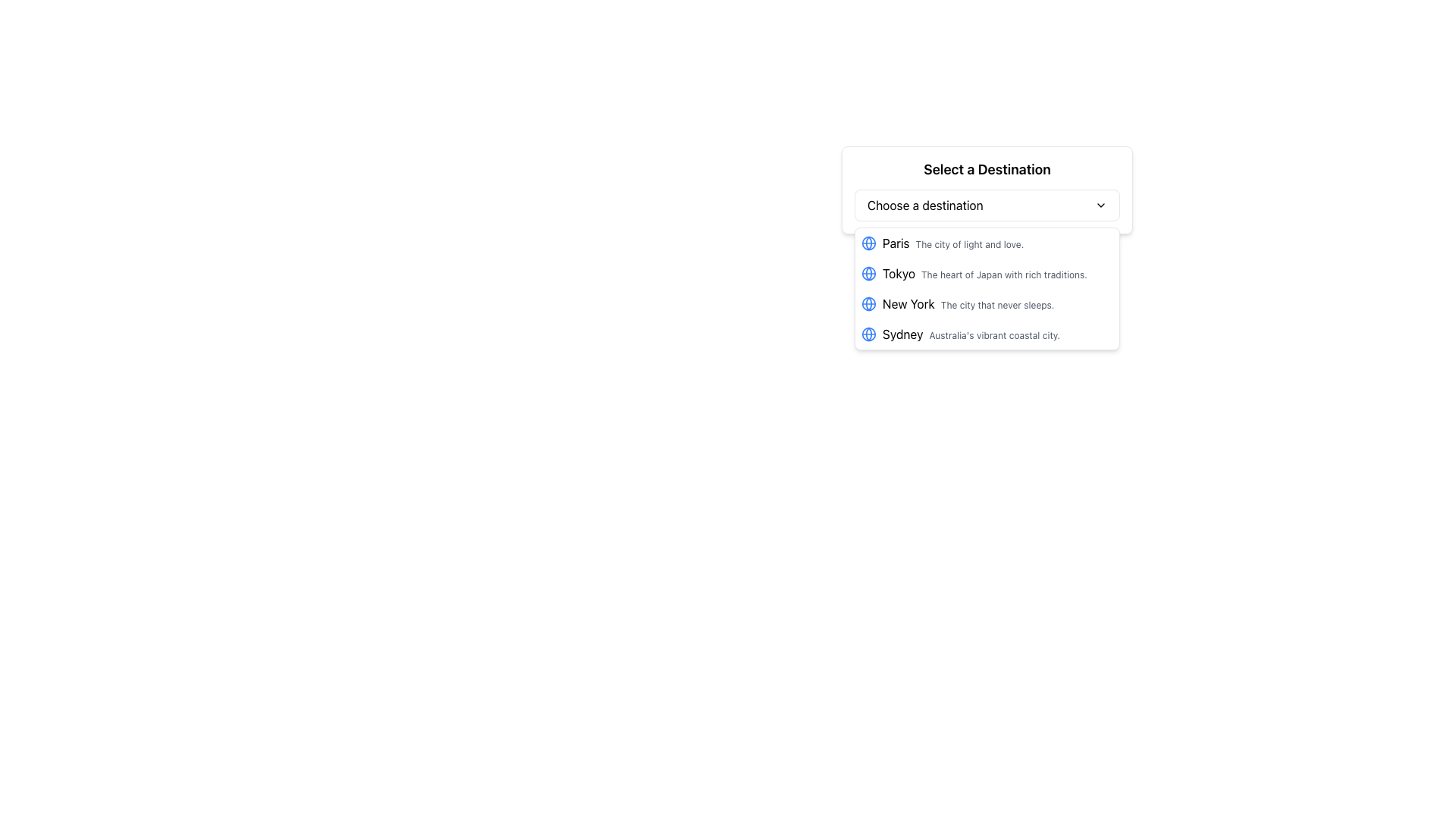 The height and width of the screenshot is (819, 1456). Describe the element at coordinates (997, 305) in the screenshot. I see `the non-interactive text label providing additional information about the city 'New York' in the dropdown list labeled 'Select a Destination.'` at that location.